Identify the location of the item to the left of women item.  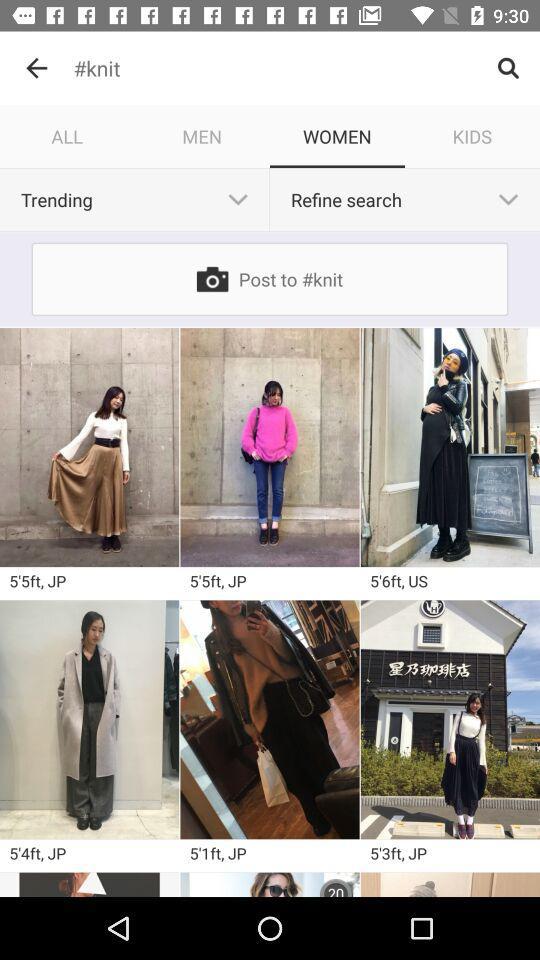
(202, 135).